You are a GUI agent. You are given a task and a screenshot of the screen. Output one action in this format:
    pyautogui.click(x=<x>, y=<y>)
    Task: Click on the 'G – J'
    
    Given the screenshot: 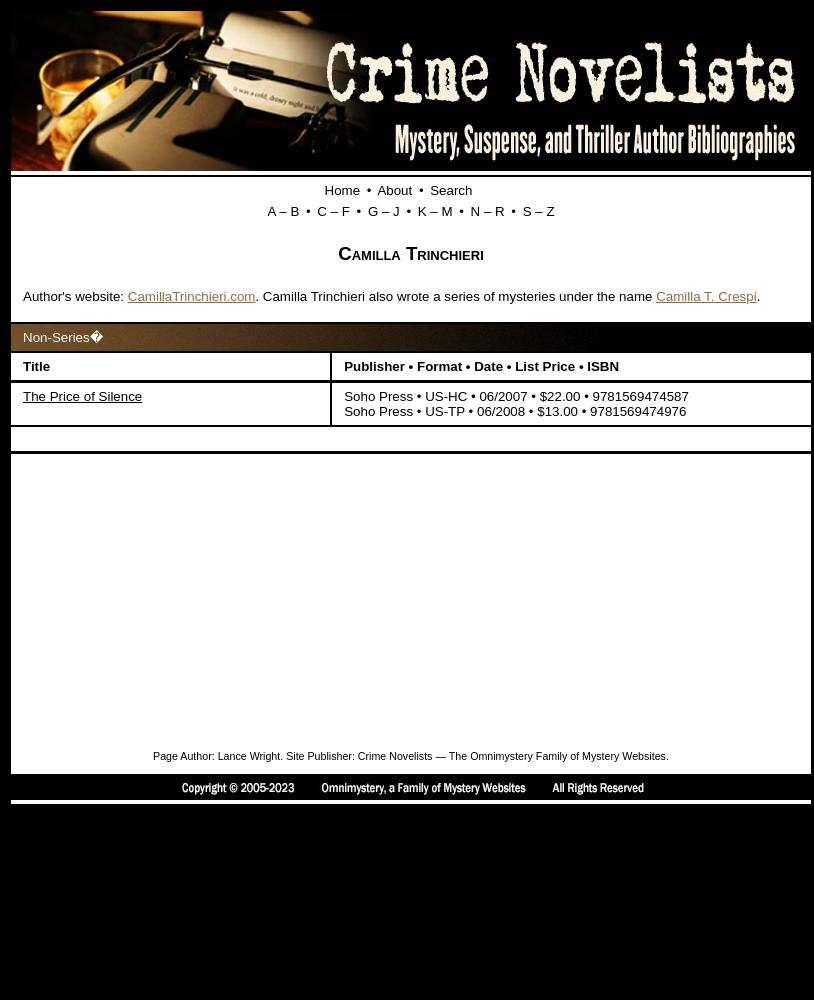 What is the action you would take?
    pyautogui.click(x=382, y=210)
    